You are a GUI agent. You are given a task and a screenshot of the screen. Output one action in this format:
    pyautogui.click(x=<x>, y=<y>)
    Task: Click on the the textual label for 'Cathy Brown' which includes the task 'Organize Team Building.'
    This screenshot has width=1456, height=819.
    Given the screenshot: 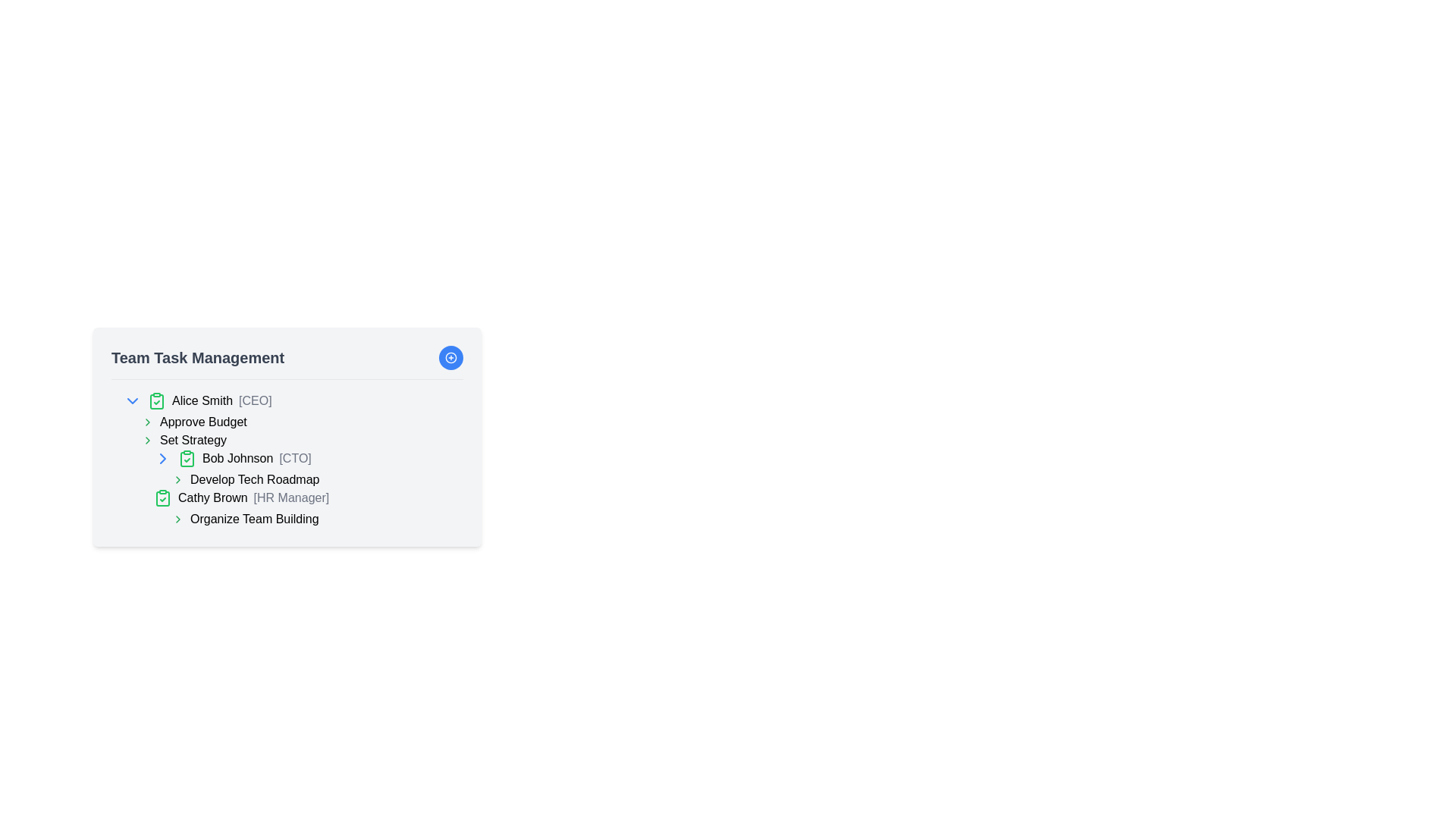 What is the action you would take?
    pyautogui.click(x=308, y=509)
    